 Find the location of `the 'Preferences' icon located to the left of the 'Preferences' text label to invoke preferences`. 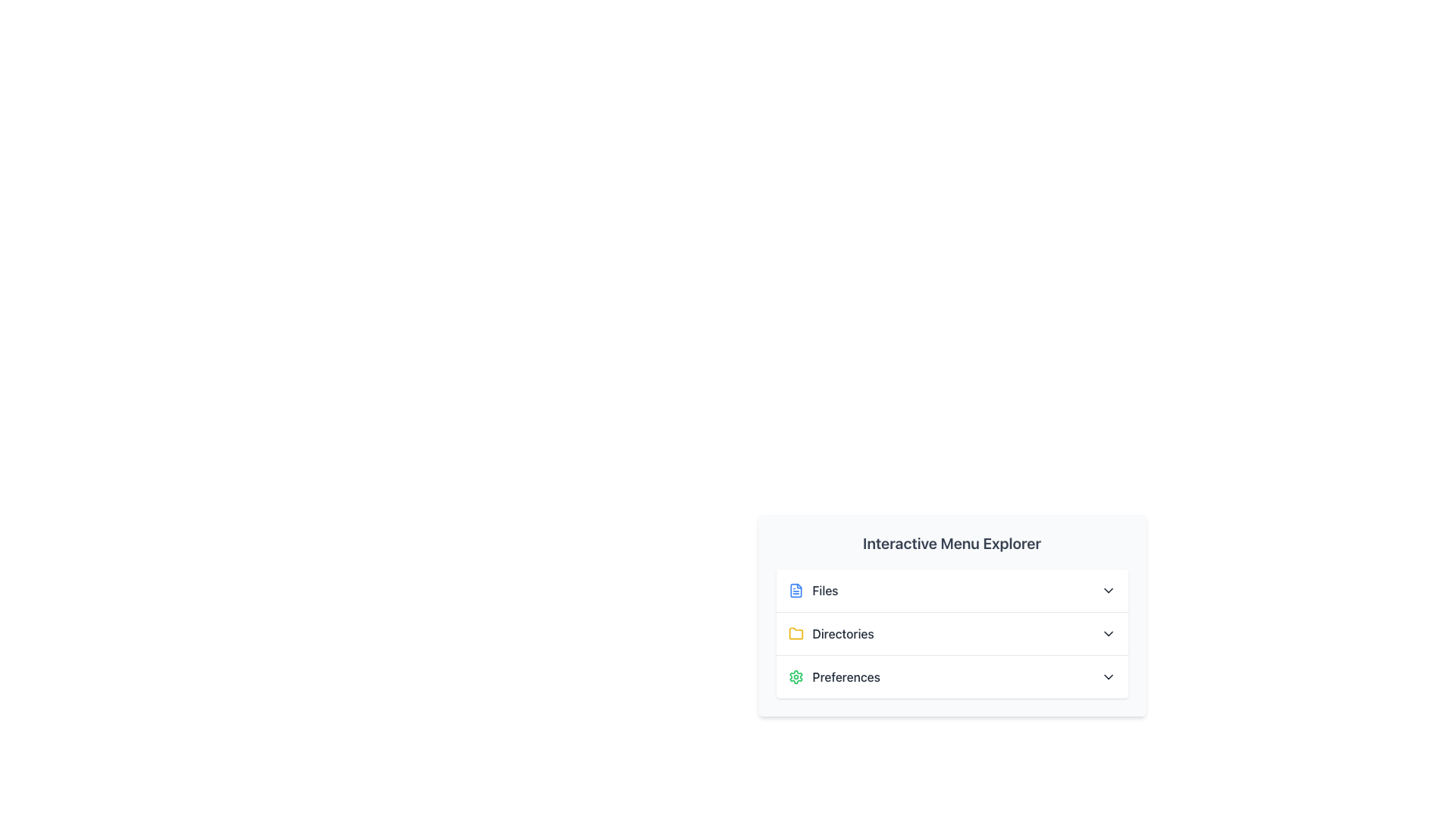

the 'Preferences' icon located to the left of the 'Preferences' text label to invoke preferences is located at coordinates (795, 676).